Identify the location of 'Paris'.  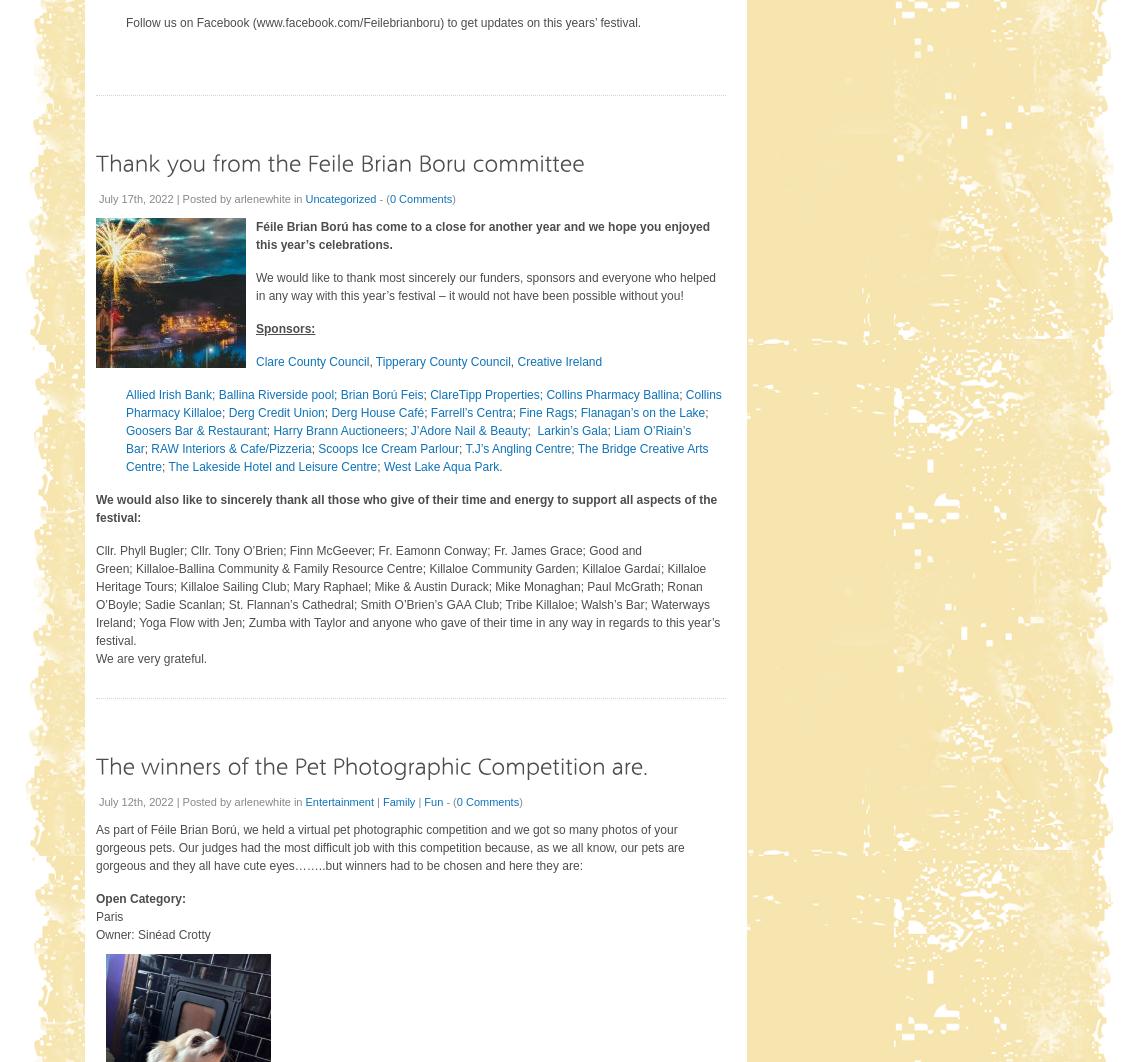
(94, 916).